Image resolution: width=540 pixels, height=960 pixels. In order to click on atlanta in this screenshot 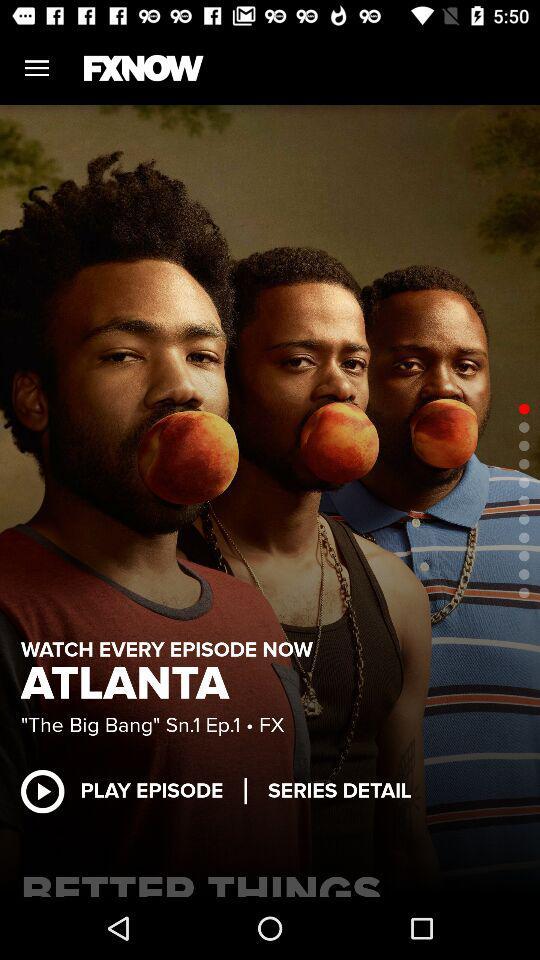, I will do `click(131, 684)`.